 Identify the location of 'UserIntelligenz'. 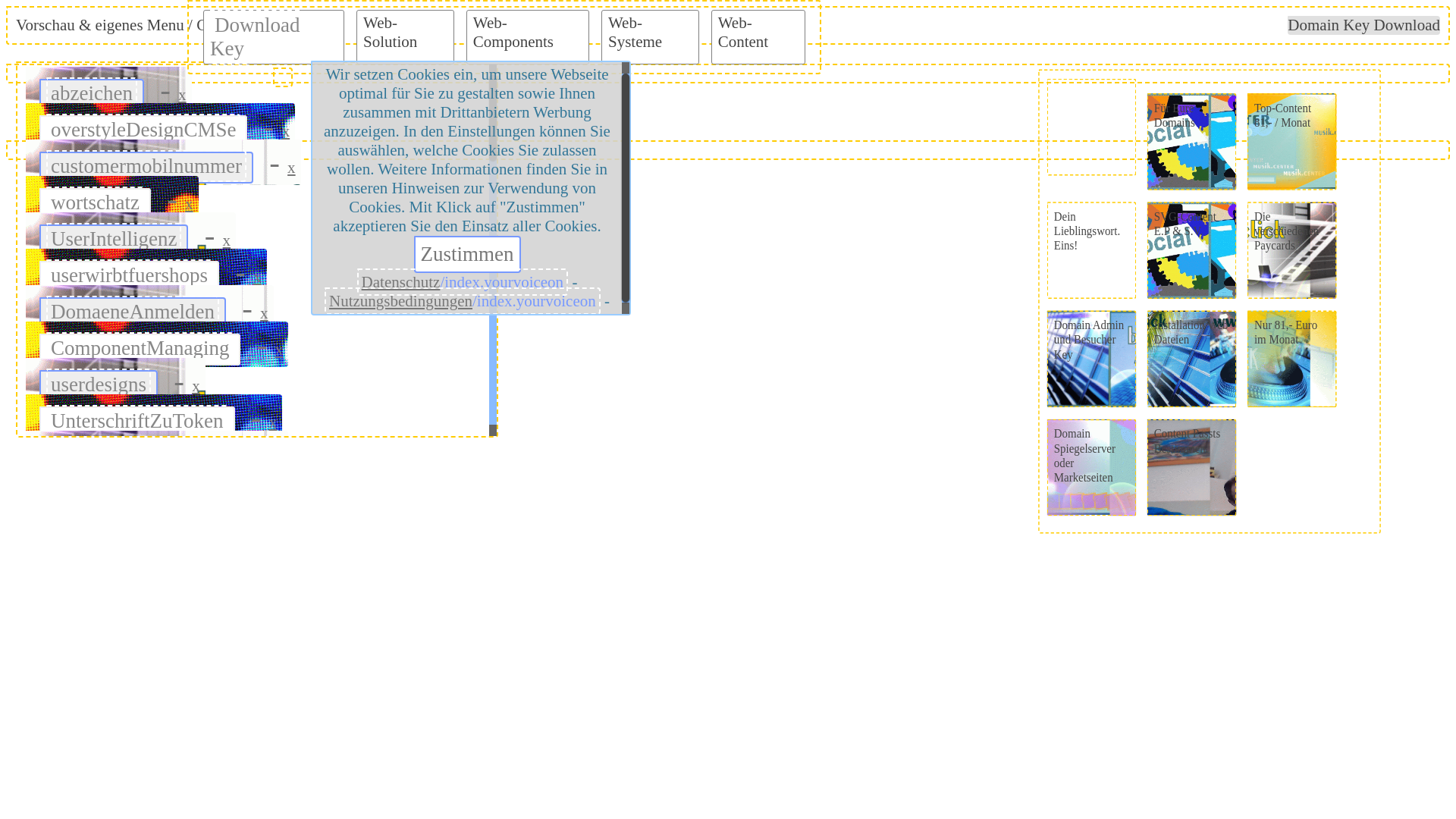
(112, 239).